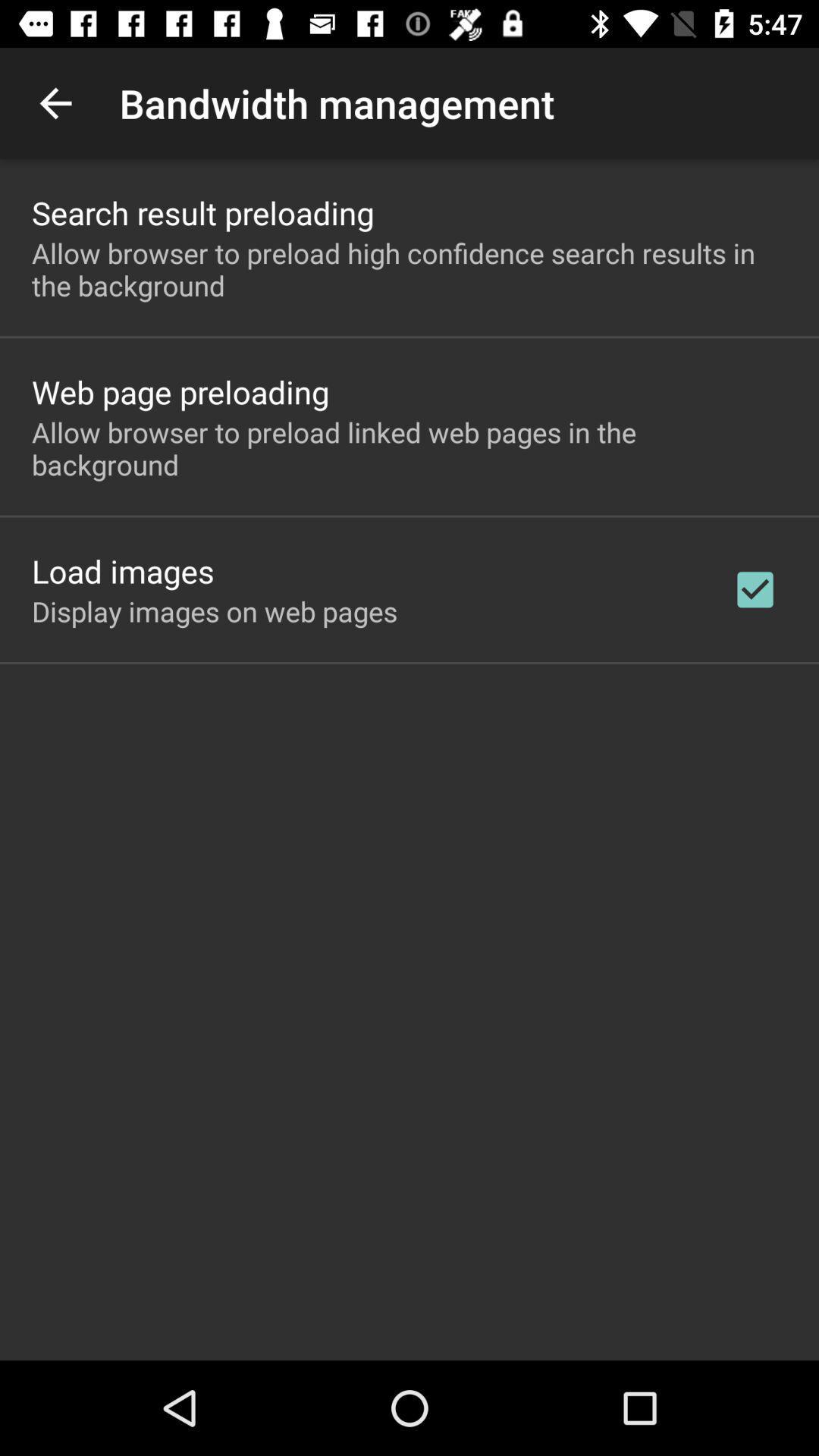  What do you see at coordinates (755, 588) in the screenshot?
I see `item on the right` at bounding box center [755, 588].